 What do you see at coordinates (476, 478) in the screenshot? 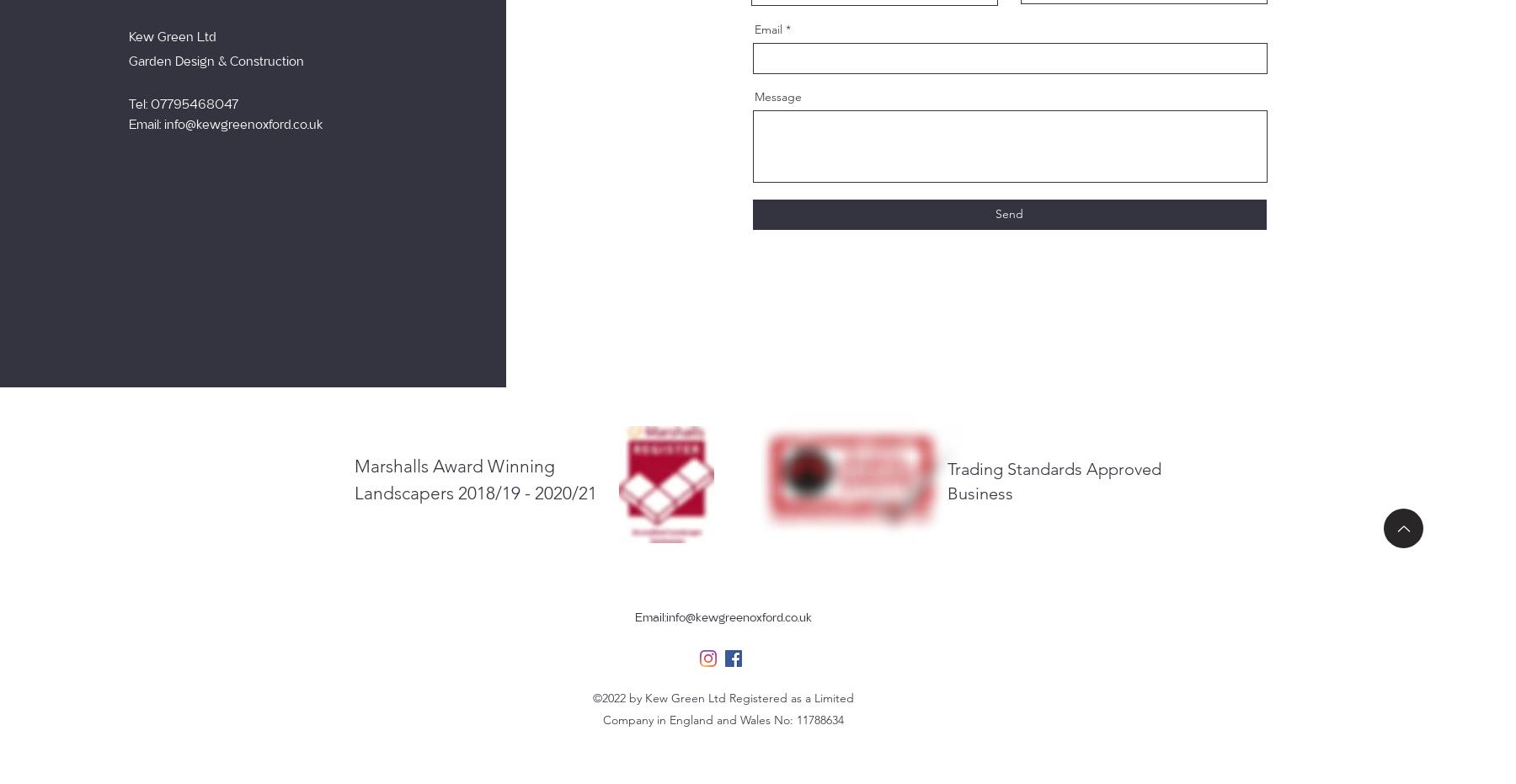
I see `'Marshalls Award Winning Landscapers 2018/19 - 2020/21'` at bounding box center [476, 478].